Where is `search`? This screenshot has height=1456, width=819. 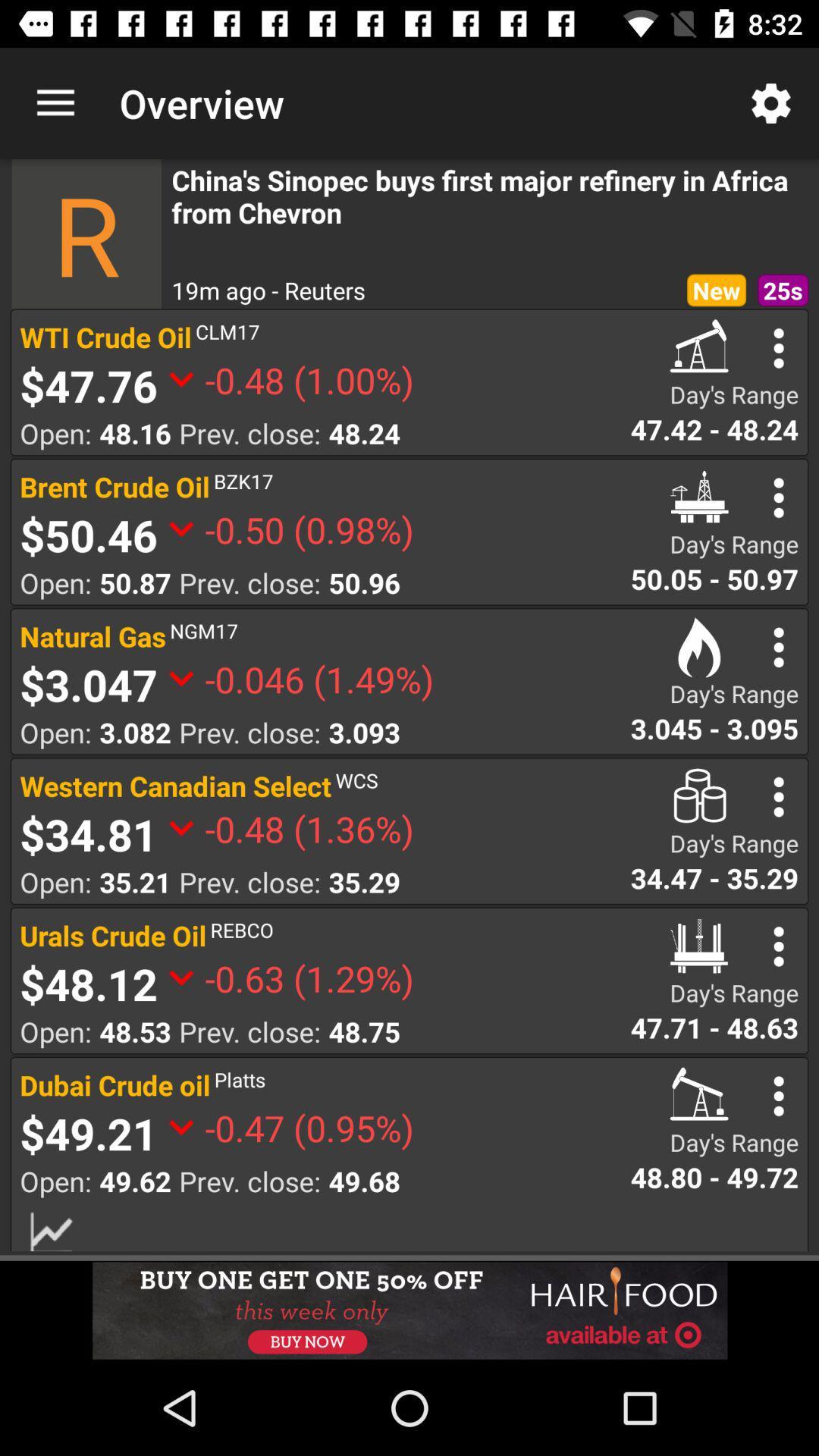 search is located at coordinates (779, 347).